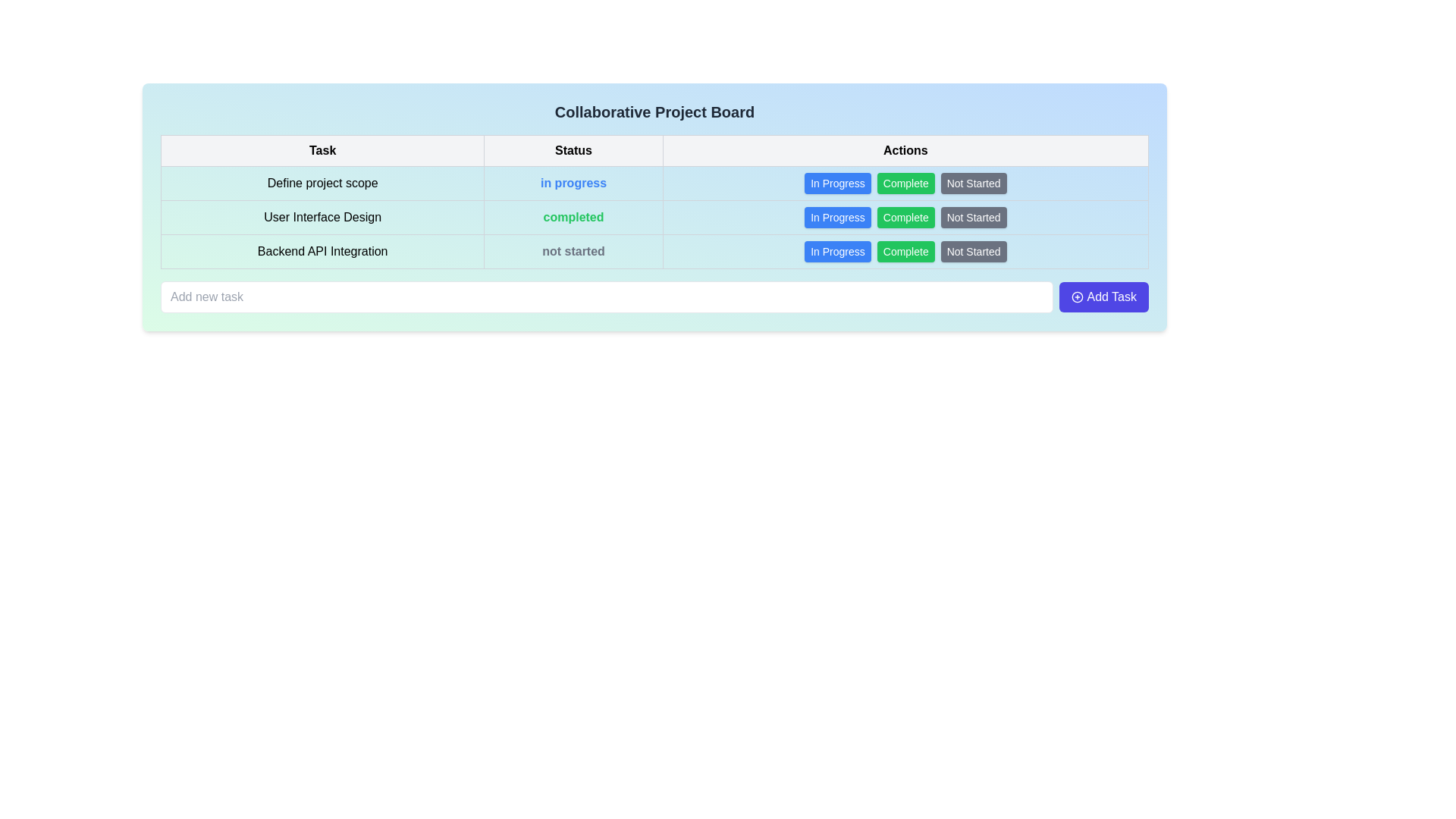 This screenshot has height=819, width=1456. Describe the element at coordinates (322, 250) in the screenshot. I see `the static label displaying 'Backend API Integration' located in the third row under the 'Task' column of the table` at that location.